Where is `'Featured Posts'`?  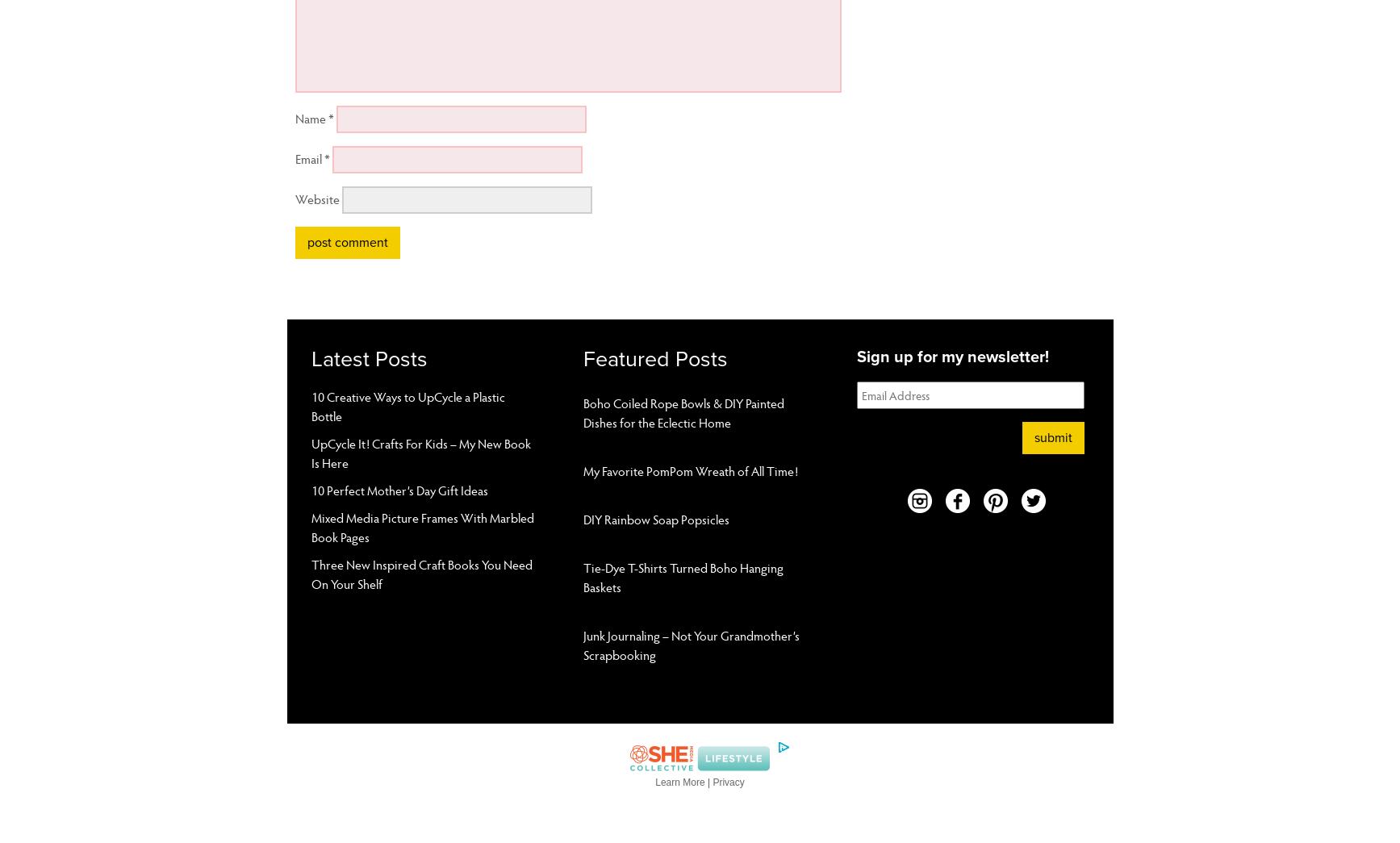 'Featured Posts' is located at coordinates (655, 359).